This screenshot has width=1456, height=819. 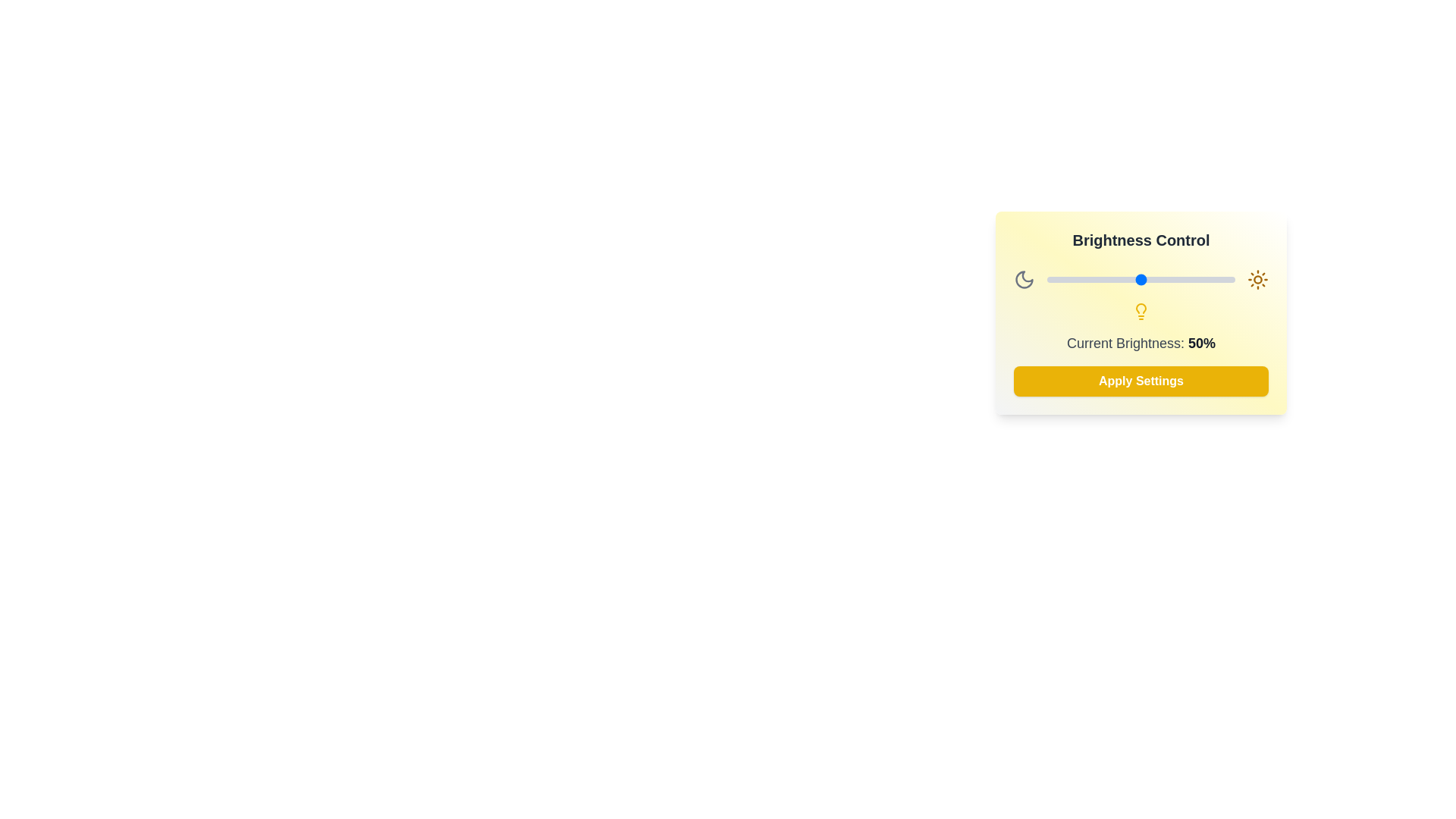 What do you see at coordinates (1141, 380) in the screenshot?
I see `the 'Apply Settings' button` at bounding box center [1141, 380].